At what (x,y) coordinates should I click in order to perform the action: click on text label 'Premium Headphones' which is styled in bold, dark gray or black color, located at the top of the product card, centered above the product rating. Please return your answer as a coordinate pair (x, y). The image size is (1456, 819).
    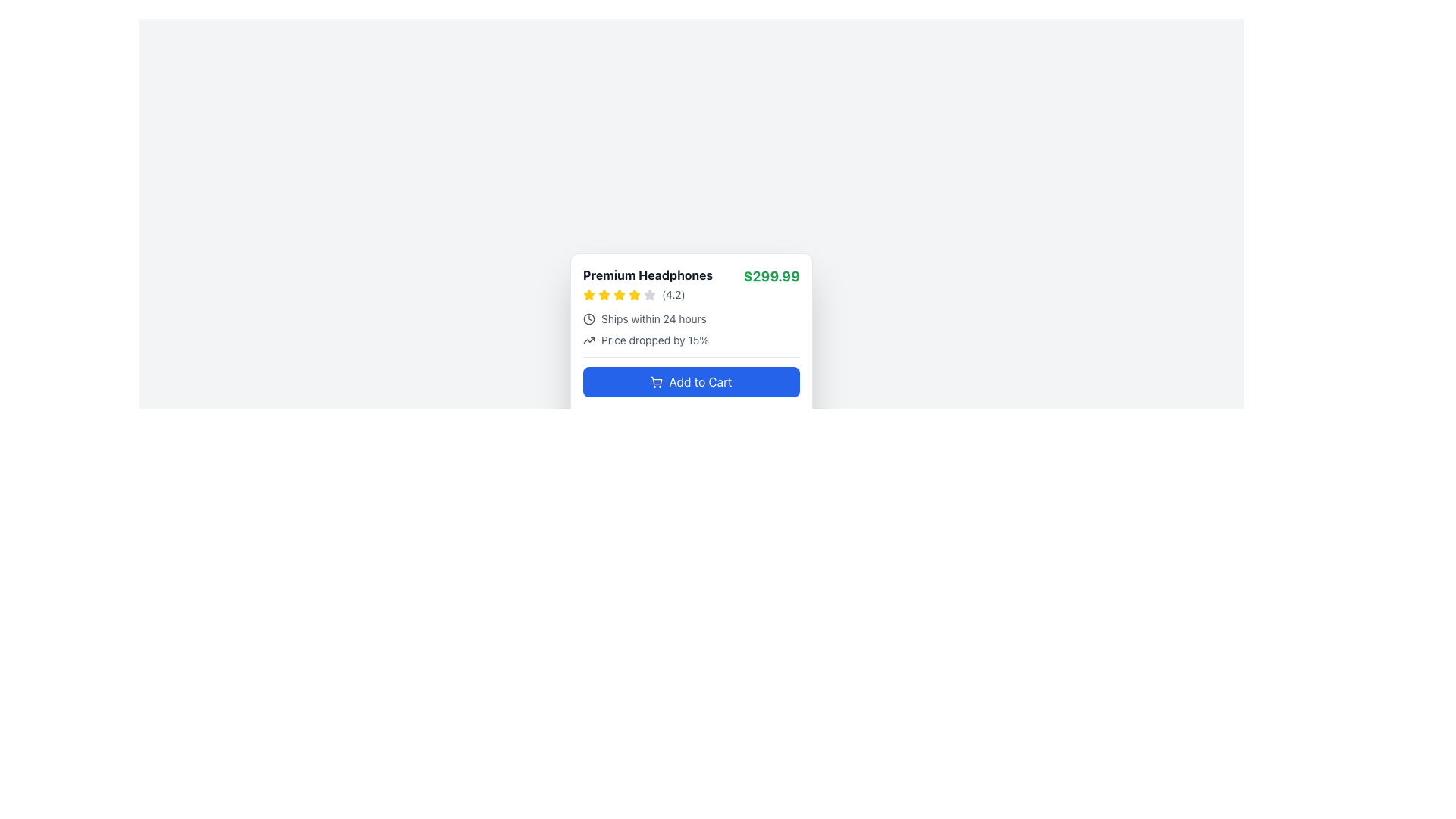
    Looking at the image, I should click on (648, 275).